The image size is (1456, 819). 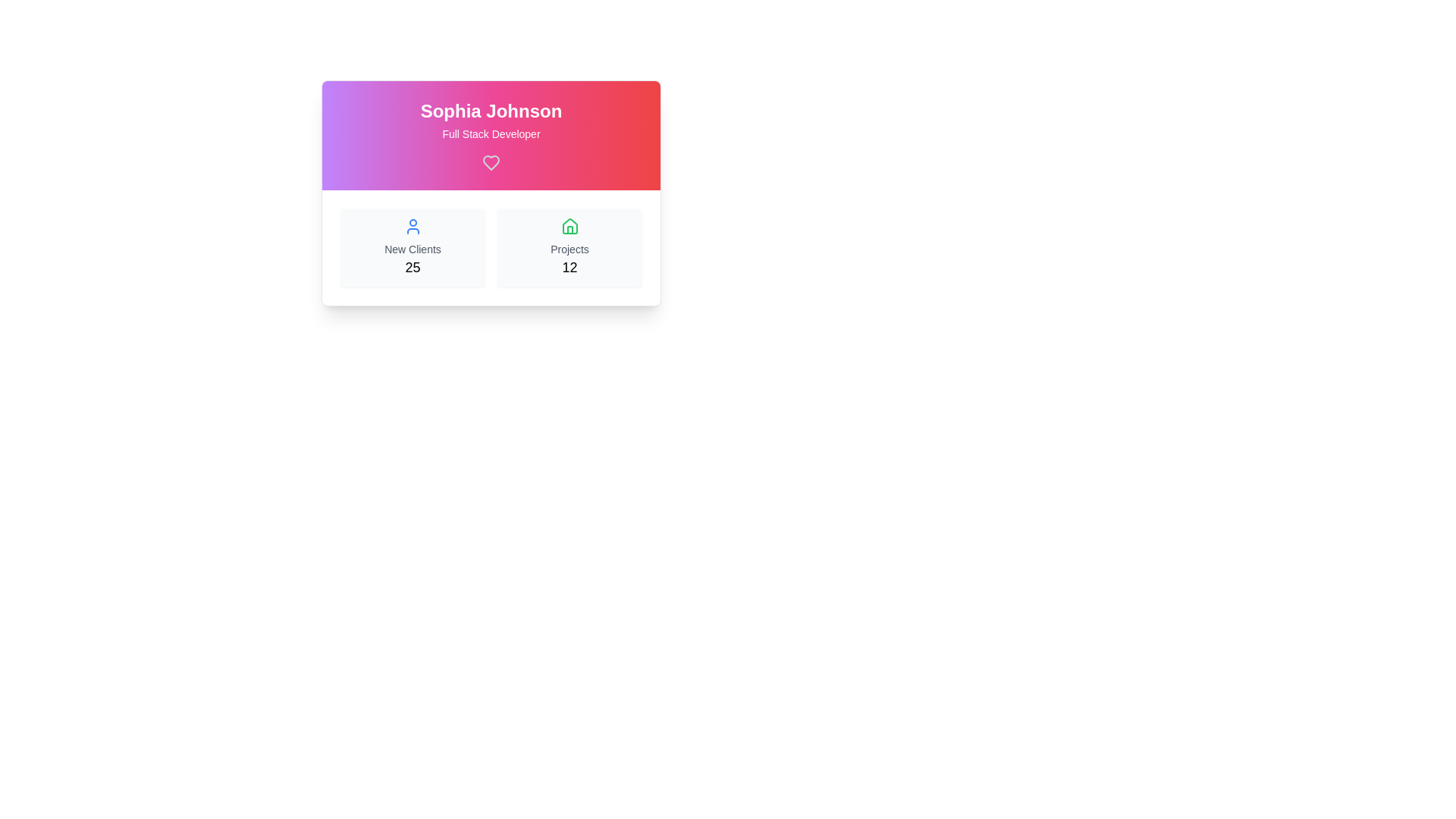 I want to click on the house icon, which is a small green icon with a clear outline, located at the top of the 'Projects' card displaying the number '12', so click(x=569, y=227).